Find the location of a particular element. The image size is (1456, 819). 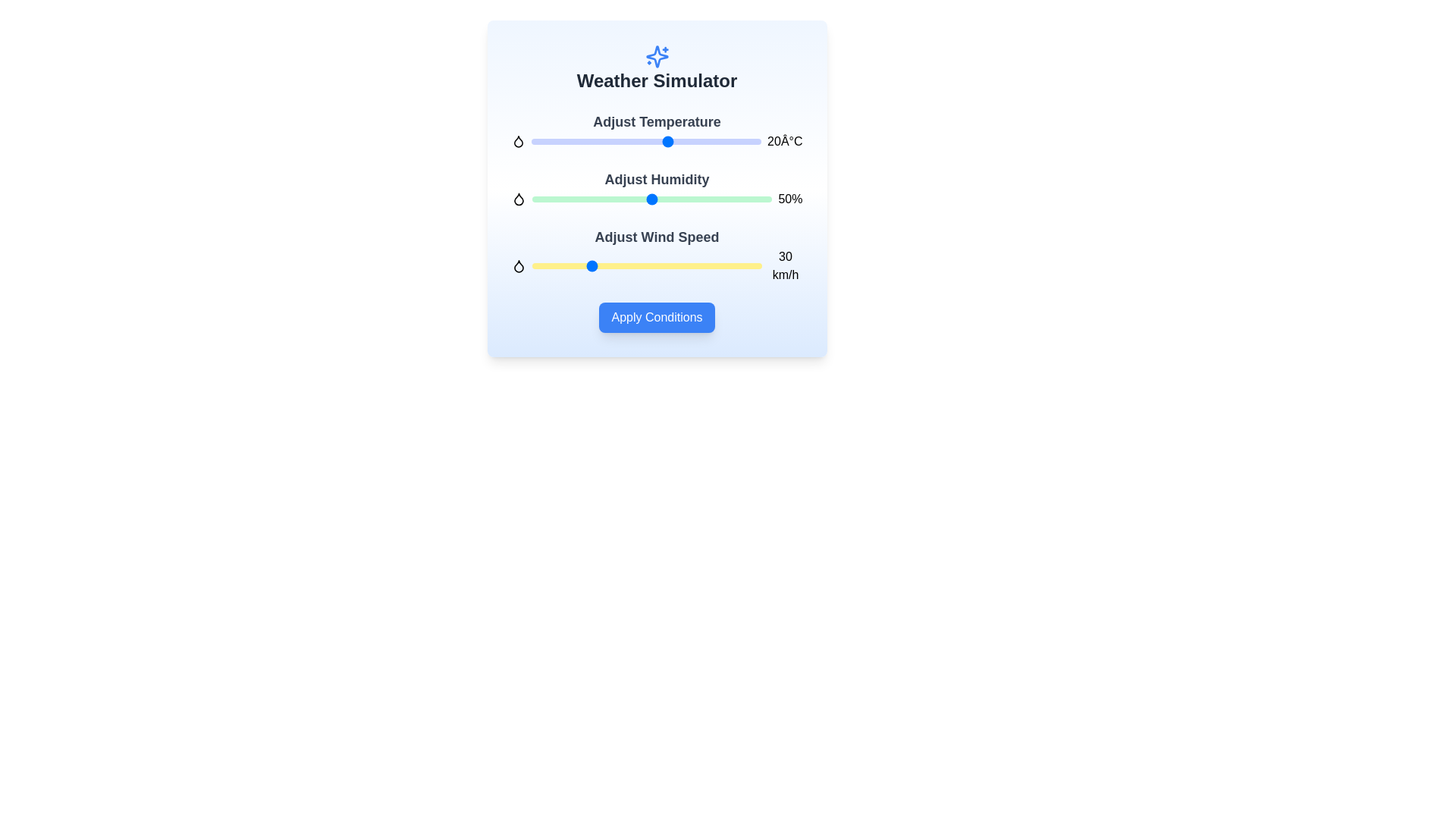

the humidity level to 53% by sliding the humidity slider is located at coordinates (659, 198).